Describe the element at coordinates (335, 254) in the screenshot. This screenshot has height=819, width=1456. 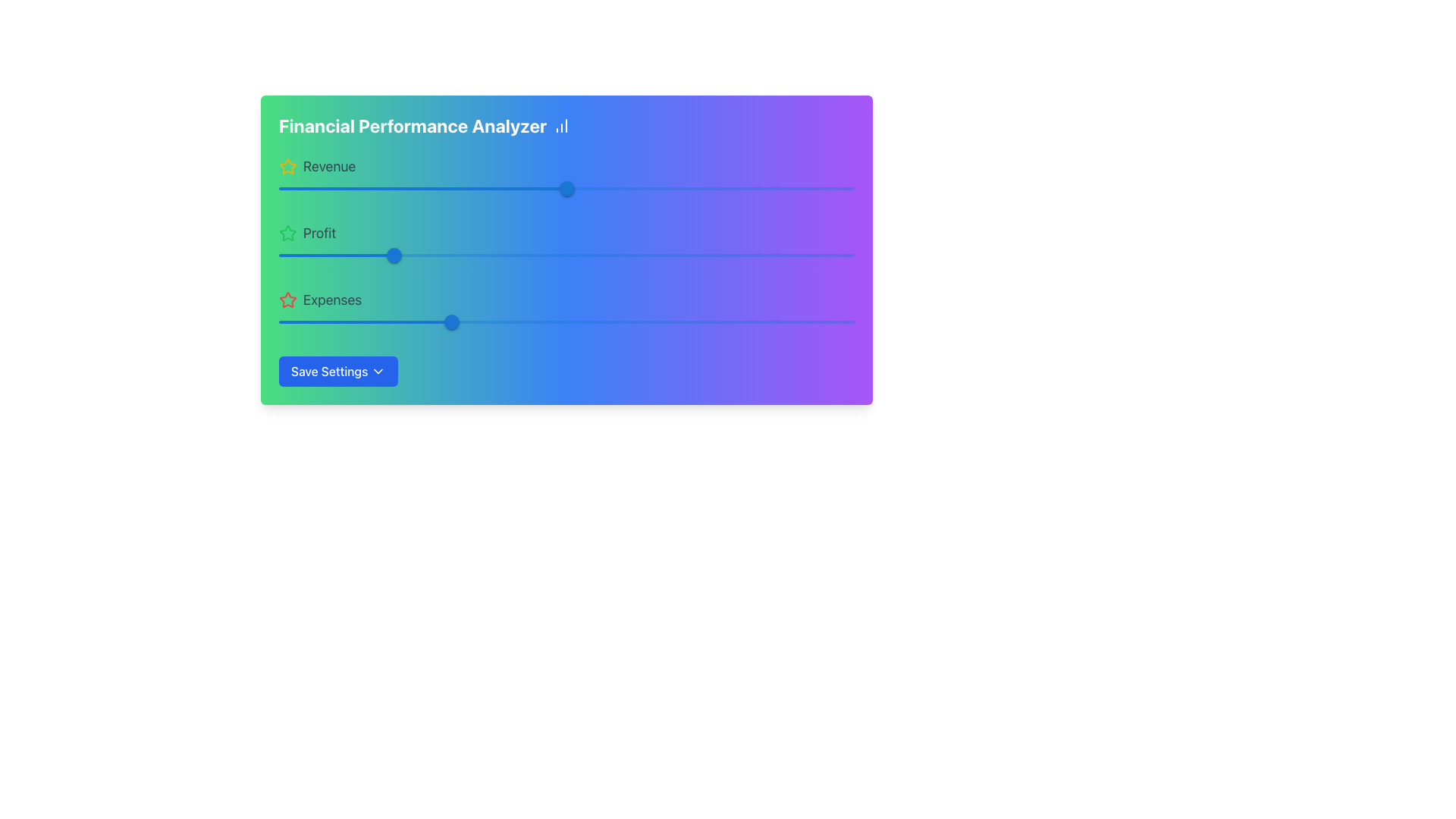
I see `the filled portion of the slider track labeled 'Profit' to adjust the slider value, which is currently set to 20% of its width` at that location.